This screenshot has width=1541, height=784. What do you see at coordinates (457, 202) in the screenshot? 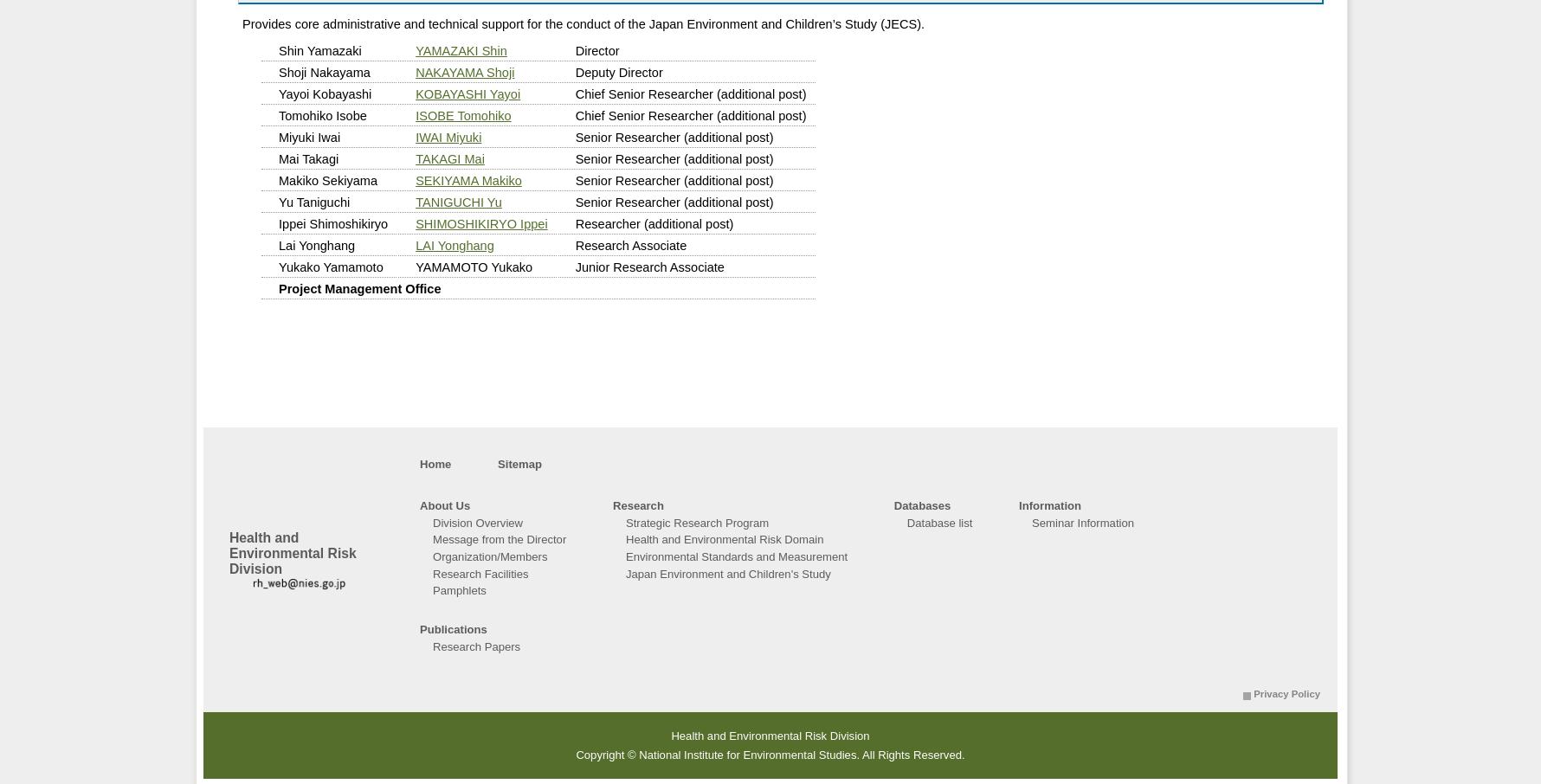
I see `'TANIGUCHI Yu'` at bounding box center [457, 202].